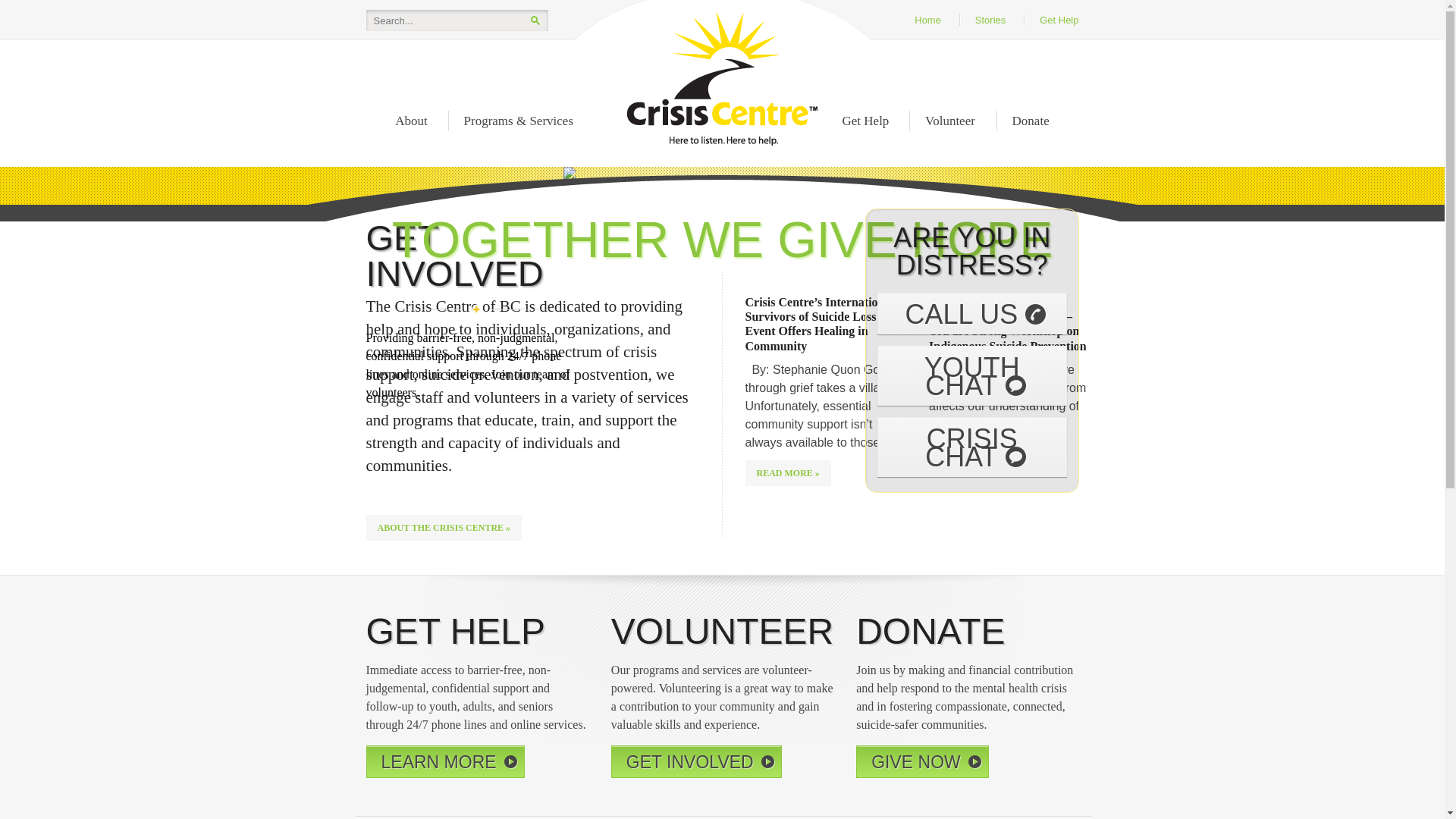  Describe the element at coordinates (921, 761) in the screenshot. I see `'GIVE NOW'` at that location.